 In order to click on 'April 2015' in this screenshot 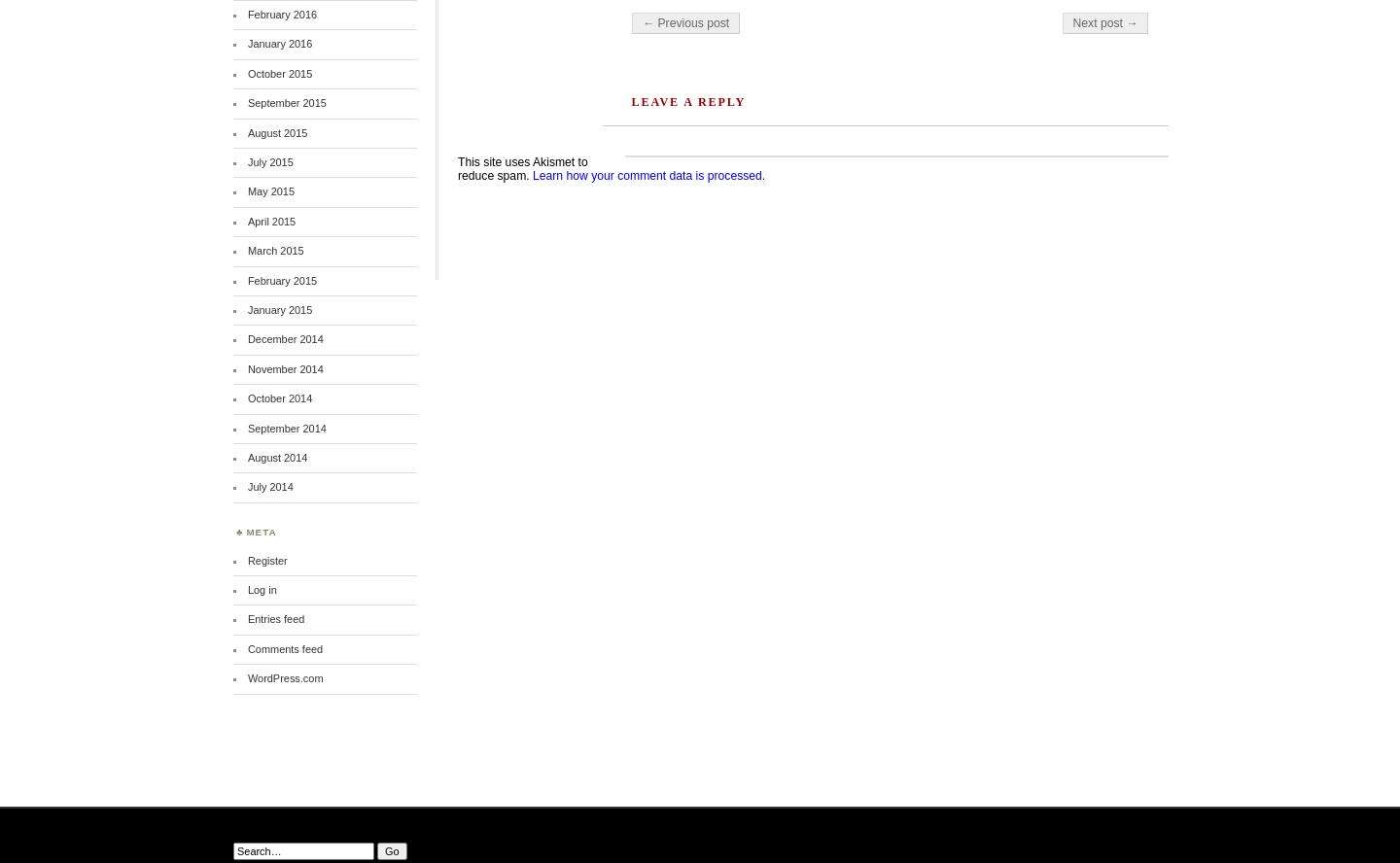, I will do `click(270, 220)`.